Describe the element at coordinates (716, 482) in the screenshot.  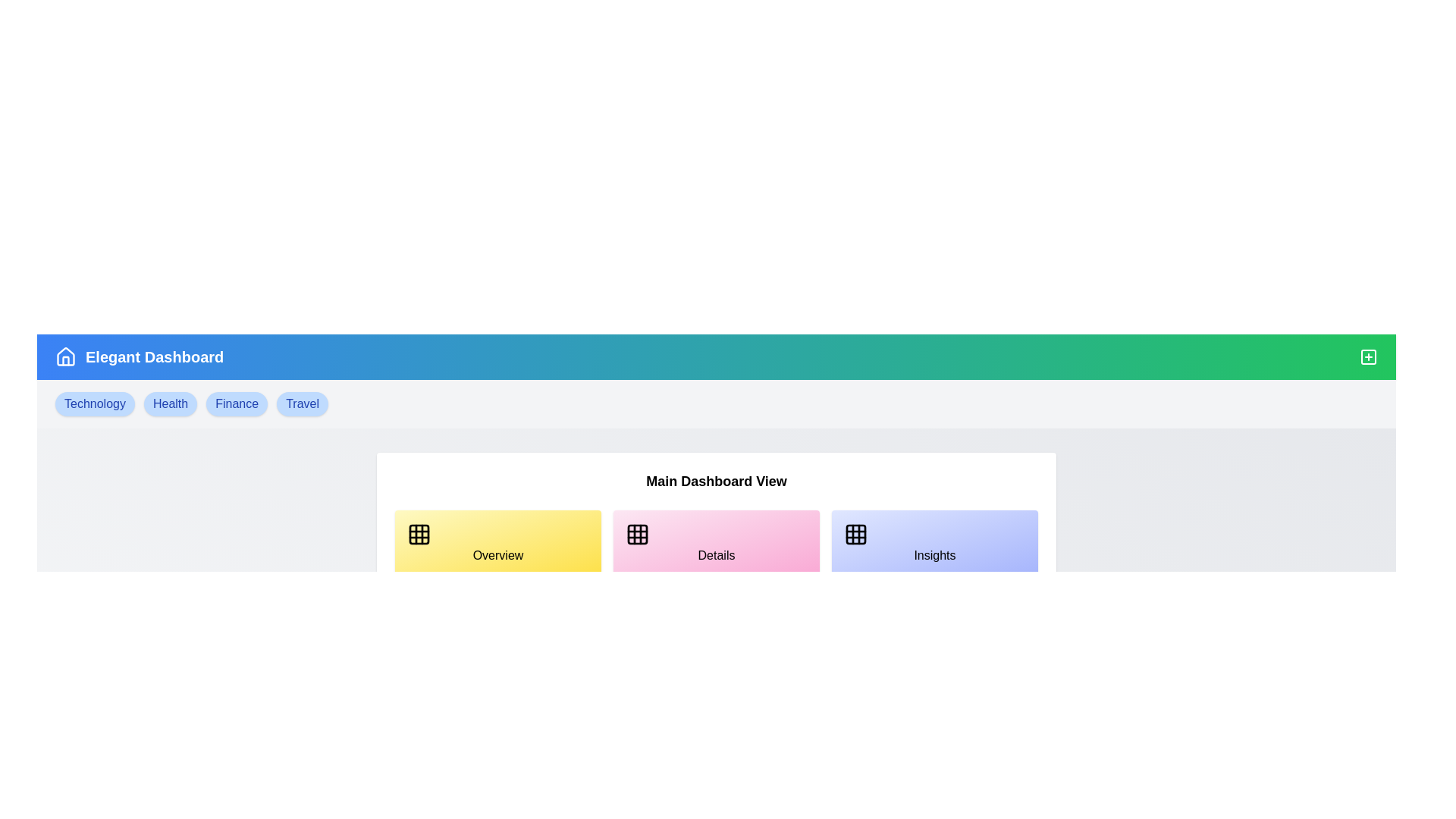
I see `the header text Main Dashboard View for informational purposes` at that location.